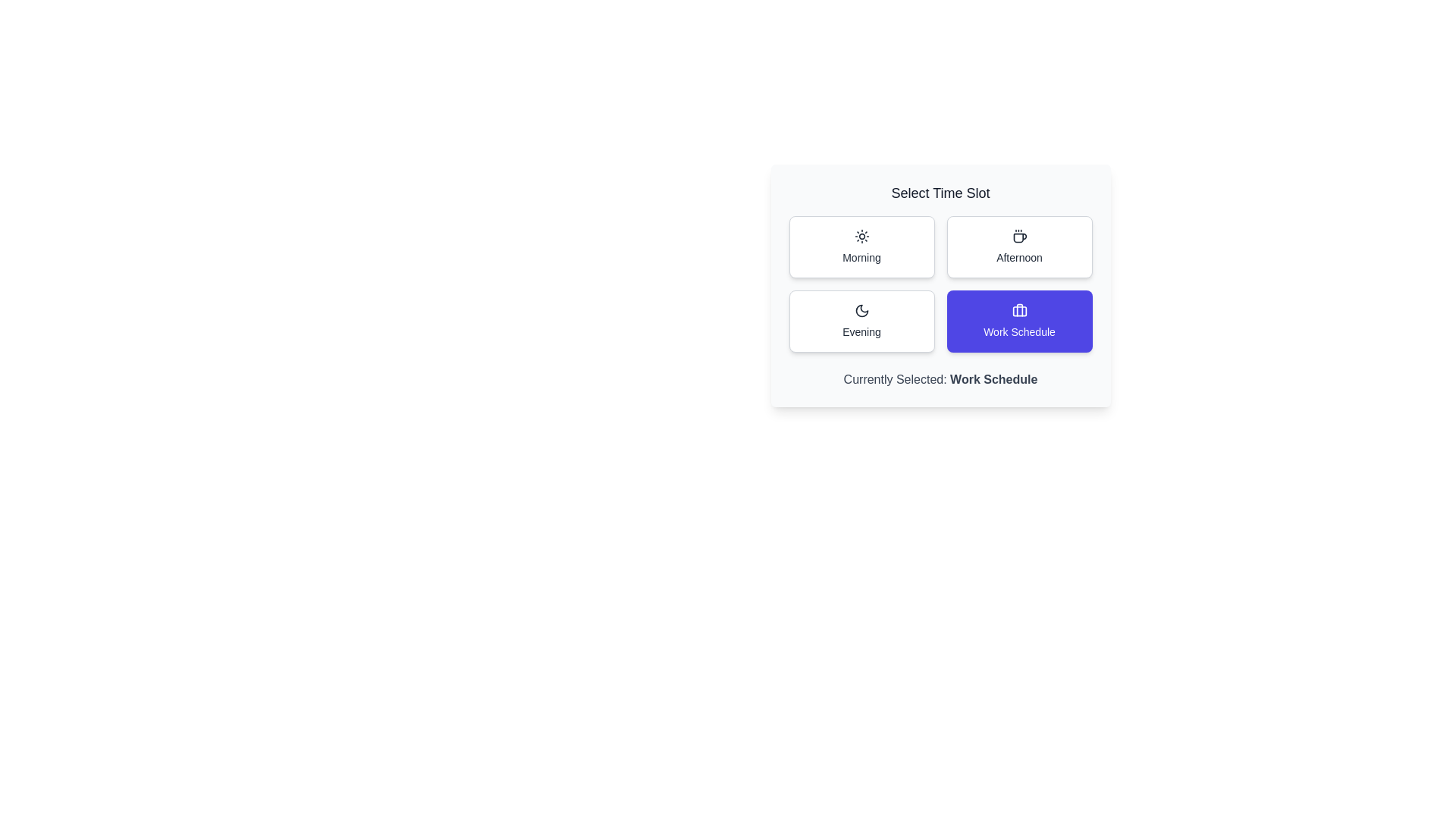 The height and width of the screenshot is (819, 1456). What do you see at coordinates (1019, 246) in the screenshot?
I see `the time slot by clicking on the button labeled Afternoon` at bounding box center [1019, 246].